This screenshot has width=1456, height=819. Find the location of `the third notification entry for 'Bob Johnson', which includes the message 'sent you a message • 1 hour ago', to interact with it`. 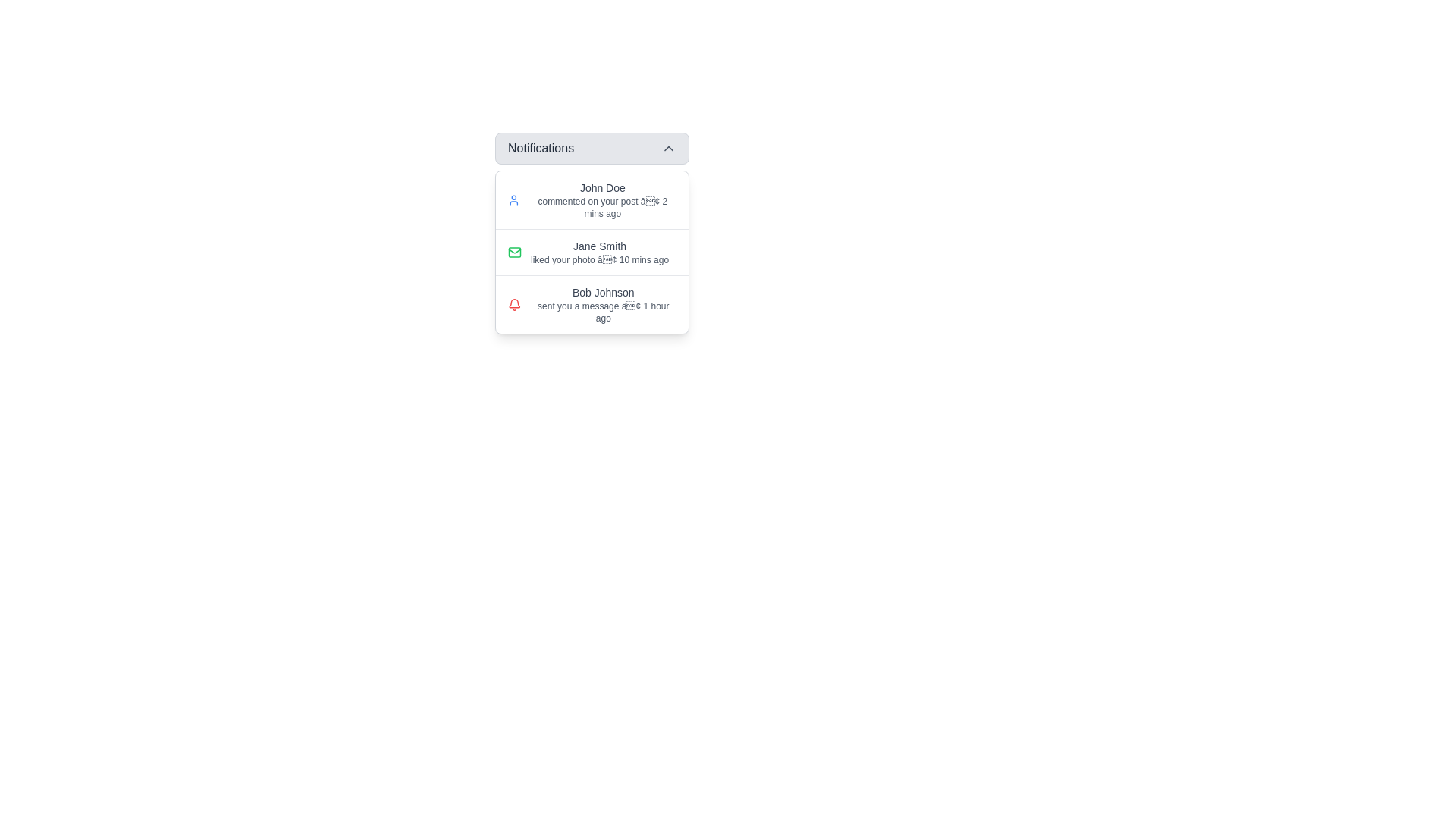

the third notification entry for 'Bob Johnson', which includes the message 'sent you a message • 1 hour ago', to interact with it is located at coordinates (602, 304).